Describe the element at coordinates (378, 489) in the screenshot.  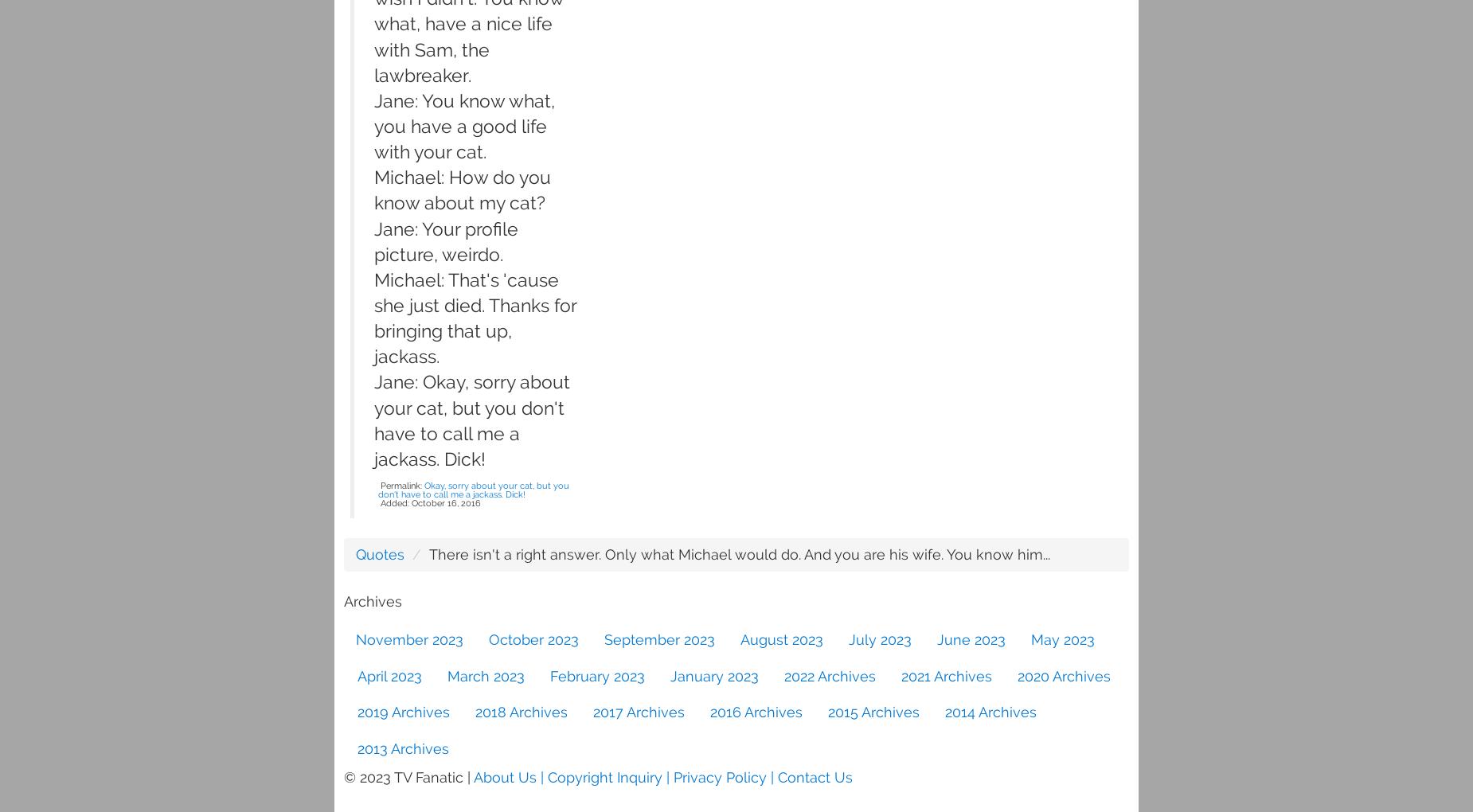
I see `'Okay, sorry about your cat, but you don't have to call me a jackass. Dick!'` at that location.